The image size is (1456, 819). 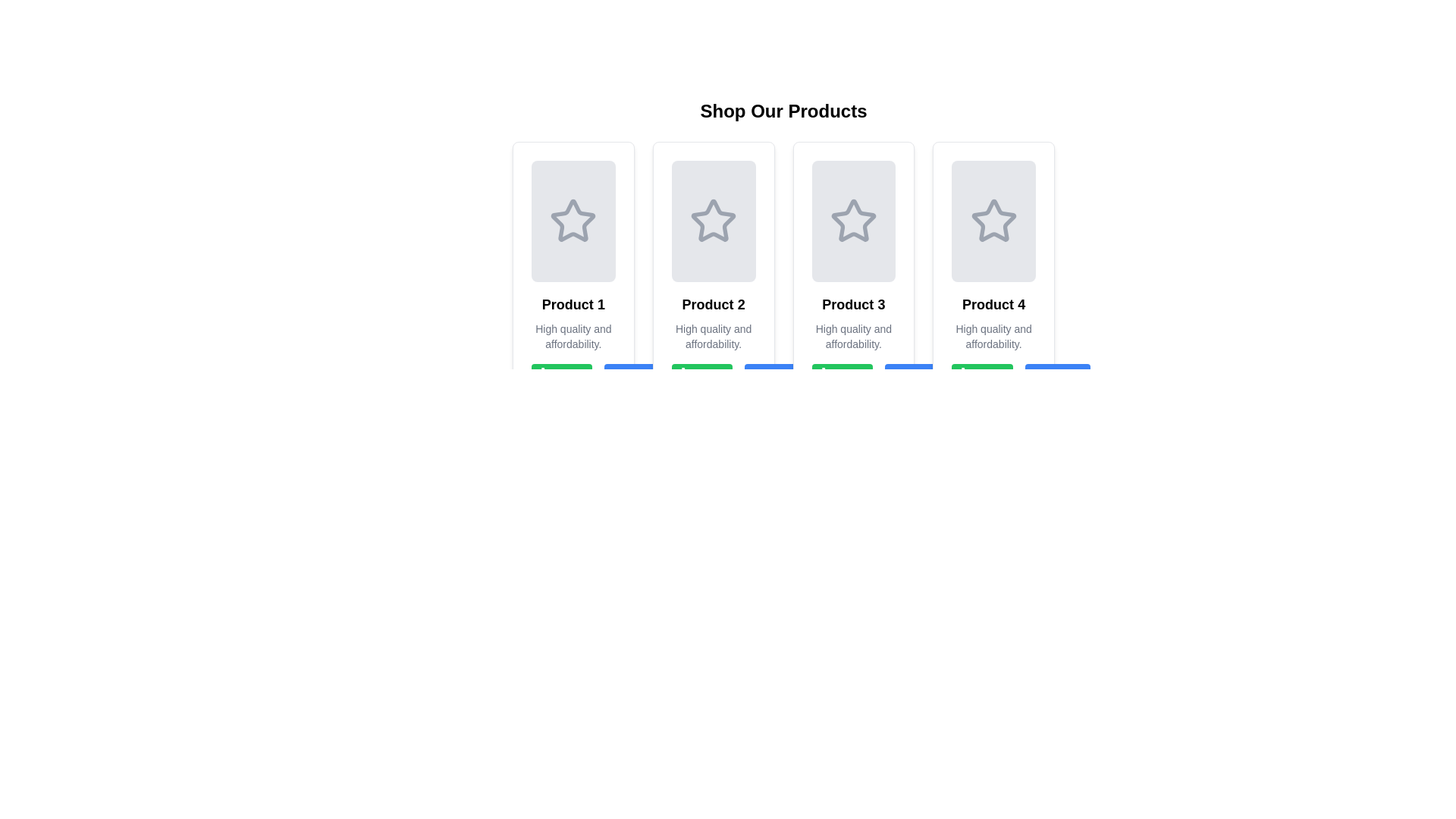 I want to click on the green 'Add' button containing the icon, so click(x=548, y=375).